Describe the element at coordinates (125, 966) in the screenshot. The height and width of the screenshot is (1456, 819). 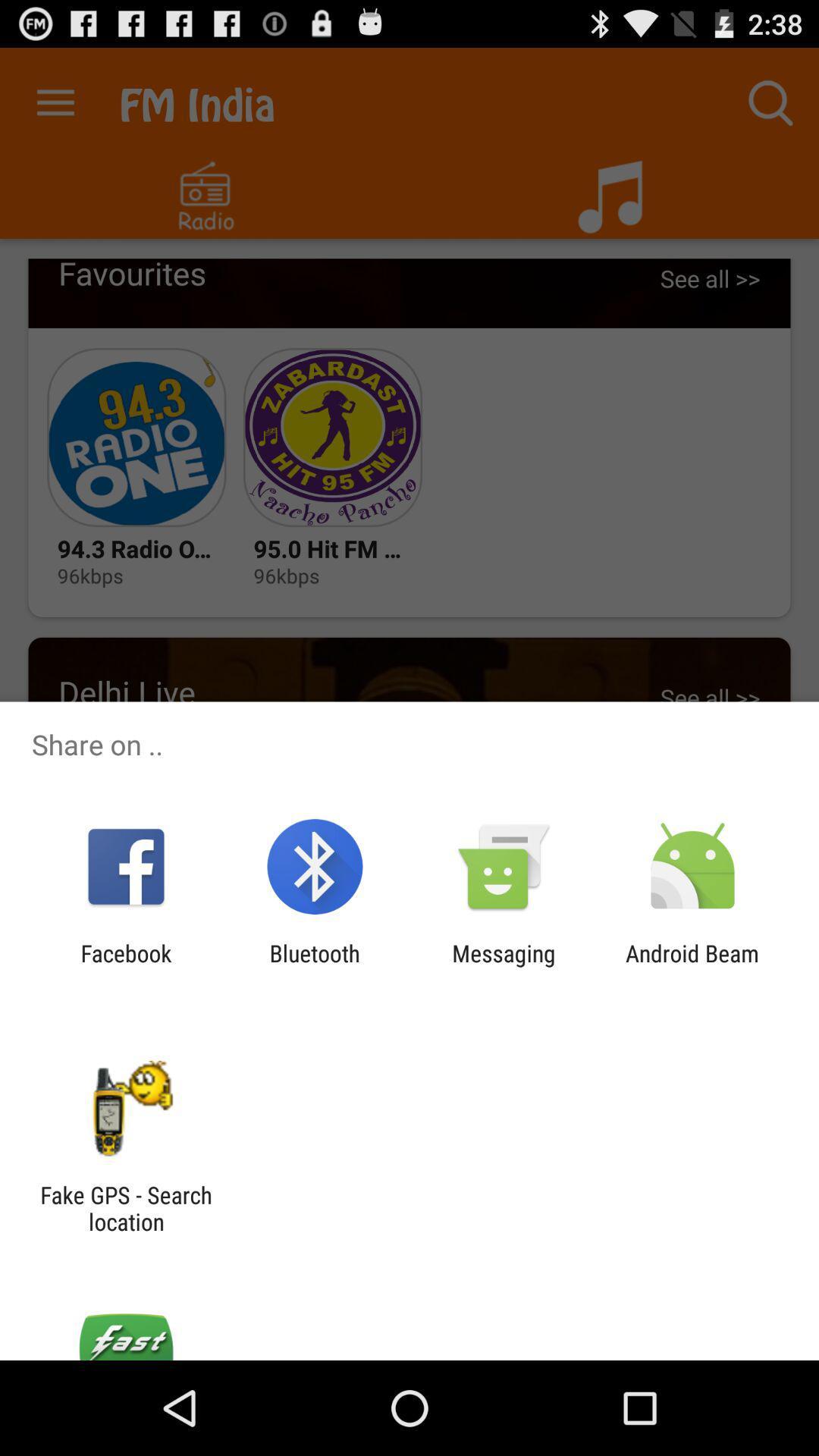
I see `item to the left of bluetooth app` at that location.